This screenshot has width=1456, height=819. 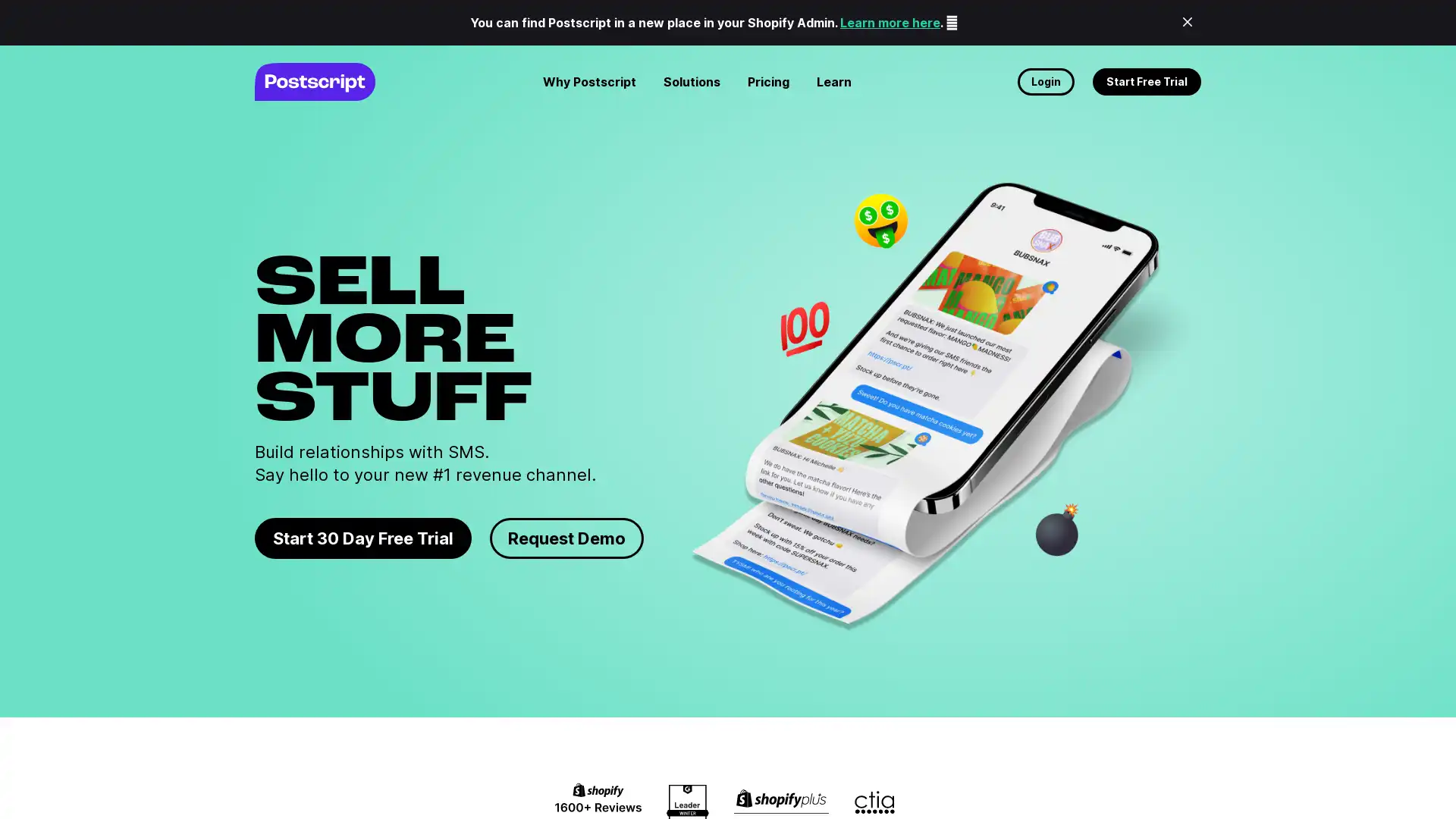 What do you see at coordinates (833, 81) in the screenshot?
I see `Learn` at bounding box center [833, 81].